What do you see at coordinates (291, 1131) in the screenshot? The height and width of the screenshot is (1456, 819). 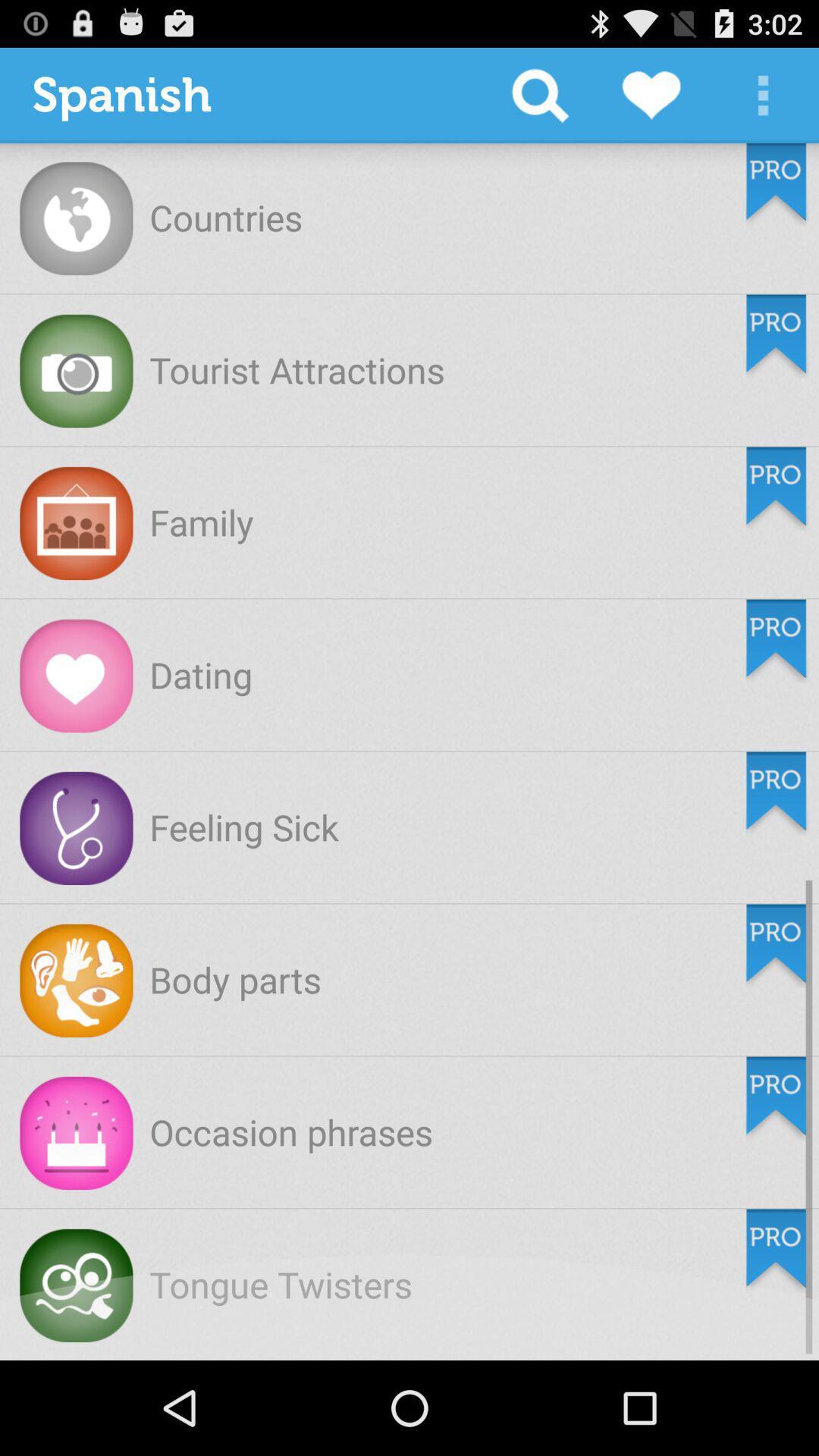 I see `occasion phrases item` at bounding box center [291, 1131].